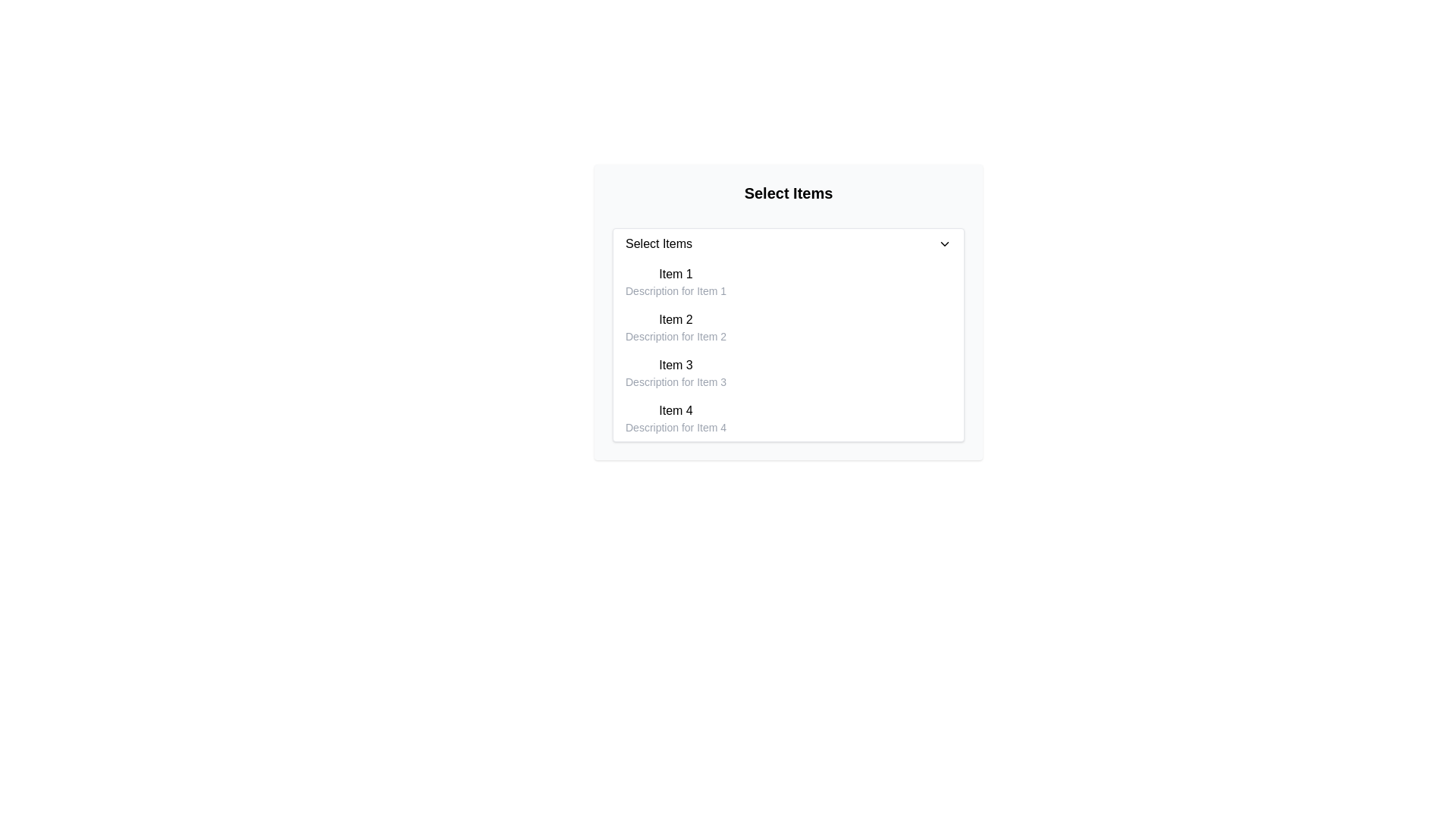 This screenshot has height=819, width=1456. Describe the element at coordinates (658, 243) in the screenshot. I see `the 'Select Items' text label in the dropdown menu` at that location.